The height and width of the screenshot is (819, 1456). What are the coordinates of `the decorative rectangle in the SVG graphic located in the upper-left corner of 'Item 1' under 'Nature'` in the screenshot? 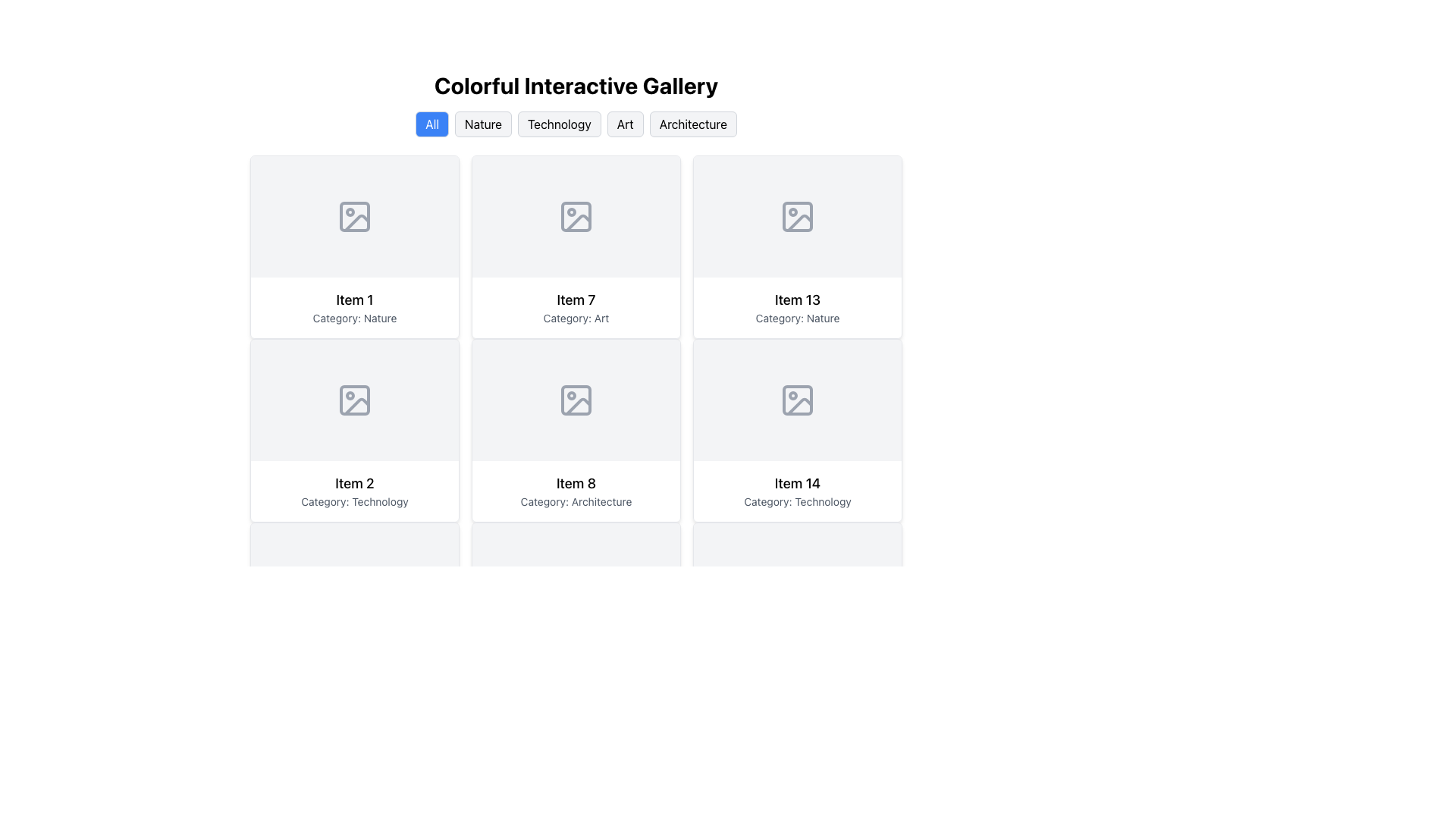 It's located at (353, 216).